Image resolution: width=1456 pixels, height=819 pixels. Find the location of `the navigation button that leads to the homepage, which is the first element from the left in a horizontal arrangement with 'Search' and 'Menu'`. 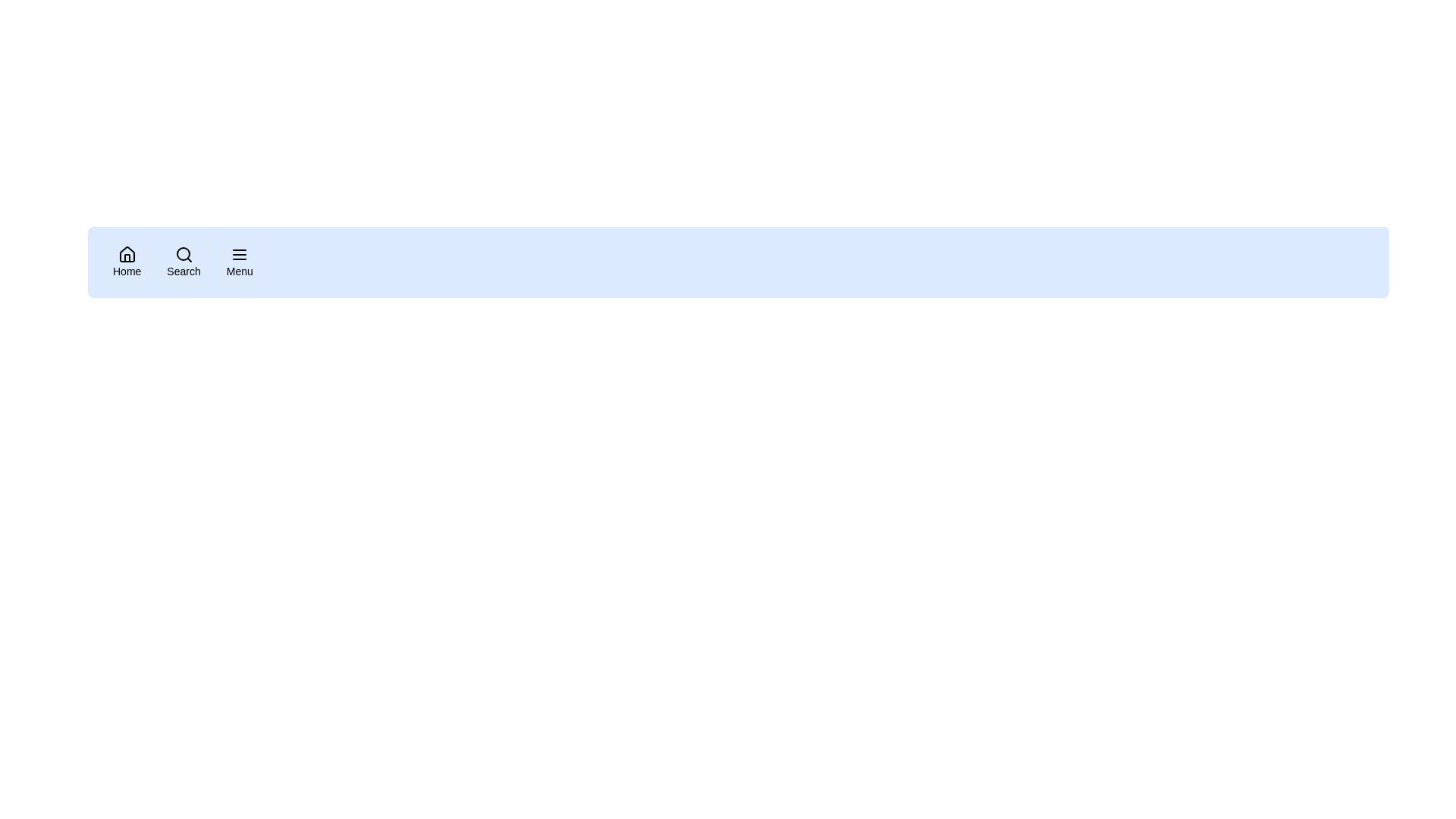

the navigation button that leads to the homepage, which is the first element from the left in a horizontal arrangement with 'Search' and 'Menu' is located at coordinates (127, 262).